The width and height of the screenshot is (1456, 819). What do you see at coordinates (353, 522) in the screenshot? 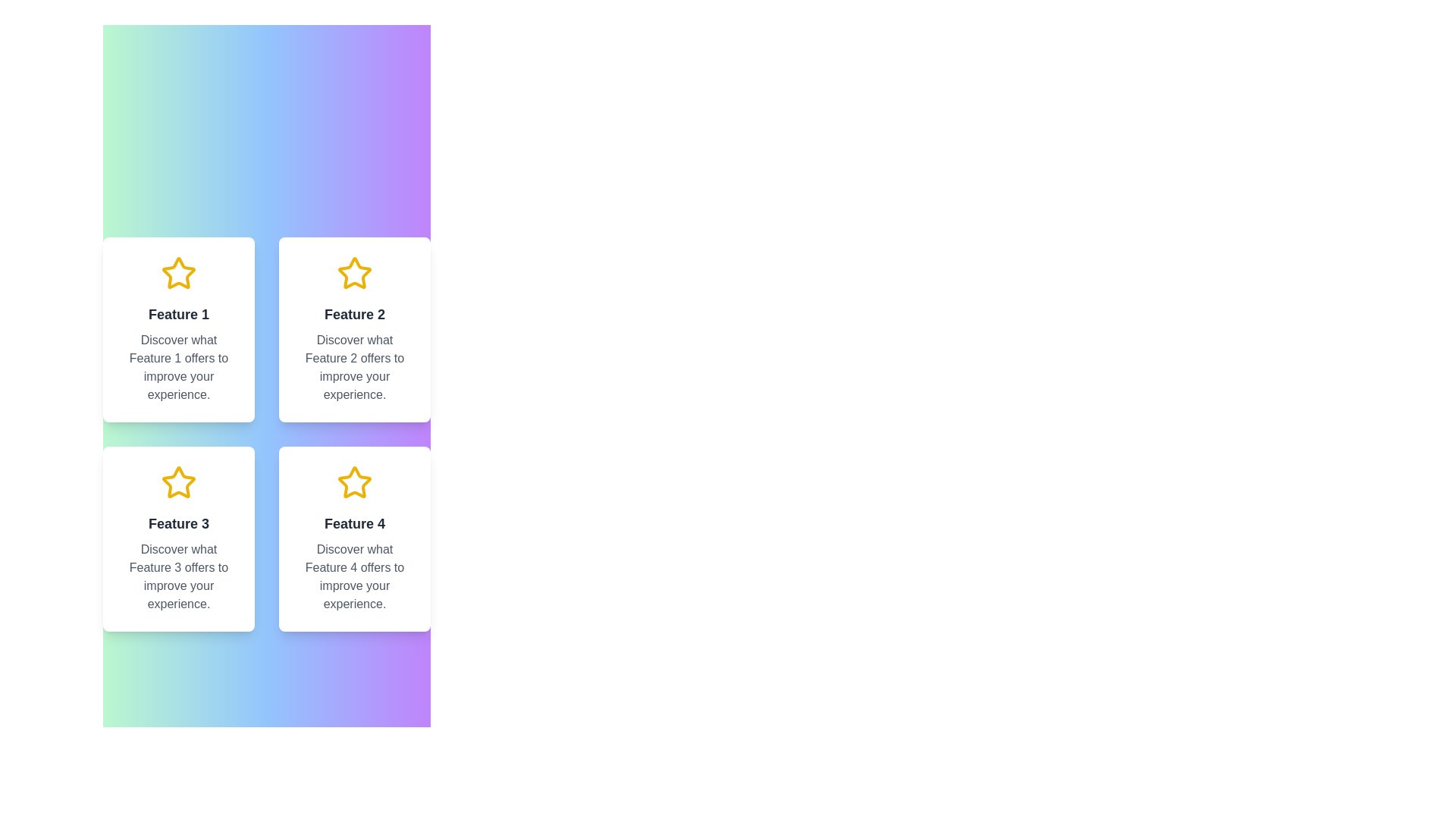
I see `text label titled 'Feature 4' which is displayed in bold font and is located centrally near the top of its card layout` at bounding box center [353, 522].